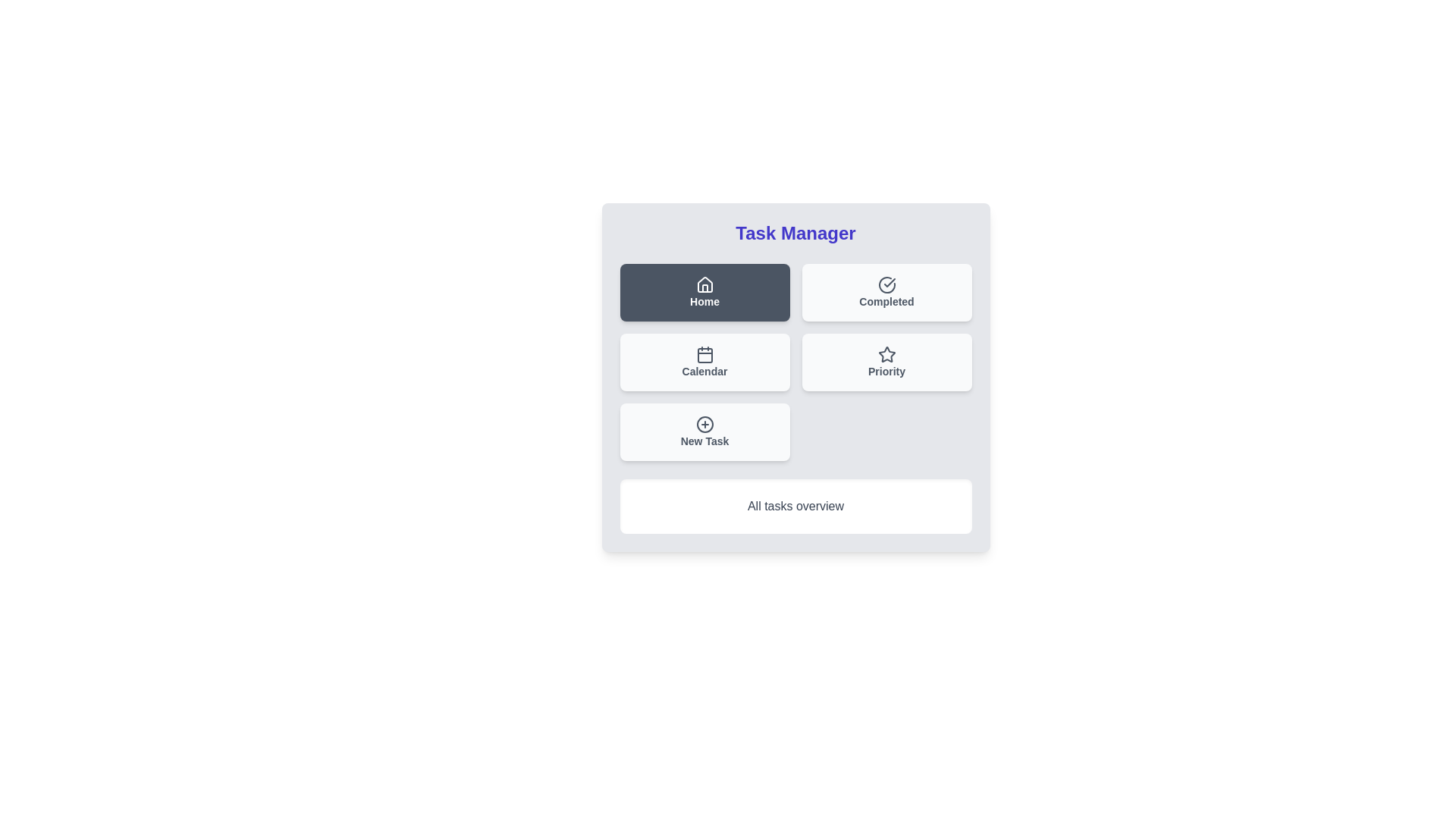 The image size is (1456, 819). I want to click on the house-shaped icon within the dark gray 'Home' button in the task management interface, so click(704, 284).